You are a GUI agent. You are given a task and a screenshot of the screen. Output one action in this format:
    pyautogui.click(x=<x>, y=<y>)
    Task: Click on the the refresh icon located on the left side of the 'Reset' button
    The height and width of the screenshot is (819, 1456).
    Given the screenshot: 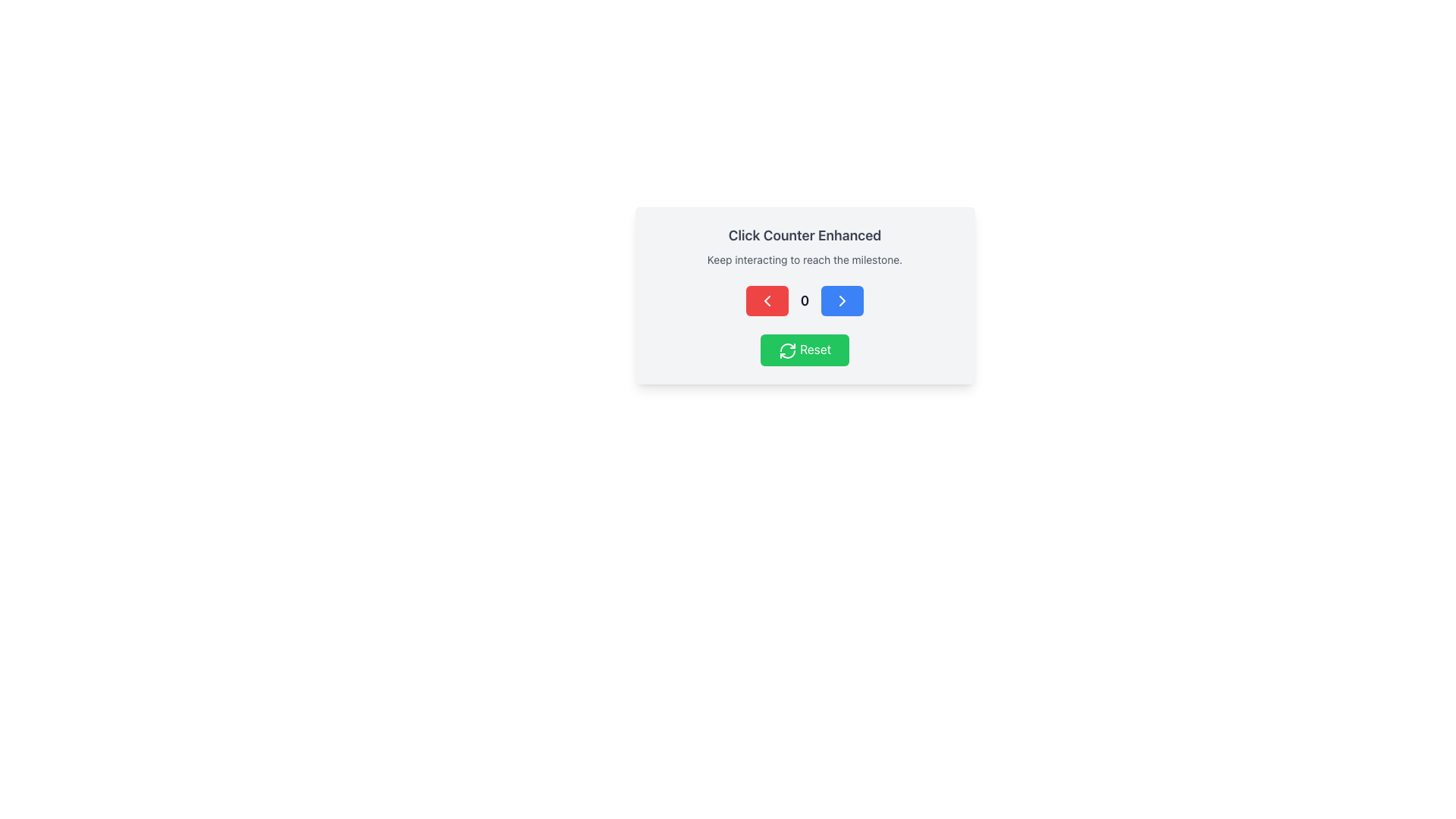 What is the action you would take?
    pyautogui.click(x=787, y=350)
    